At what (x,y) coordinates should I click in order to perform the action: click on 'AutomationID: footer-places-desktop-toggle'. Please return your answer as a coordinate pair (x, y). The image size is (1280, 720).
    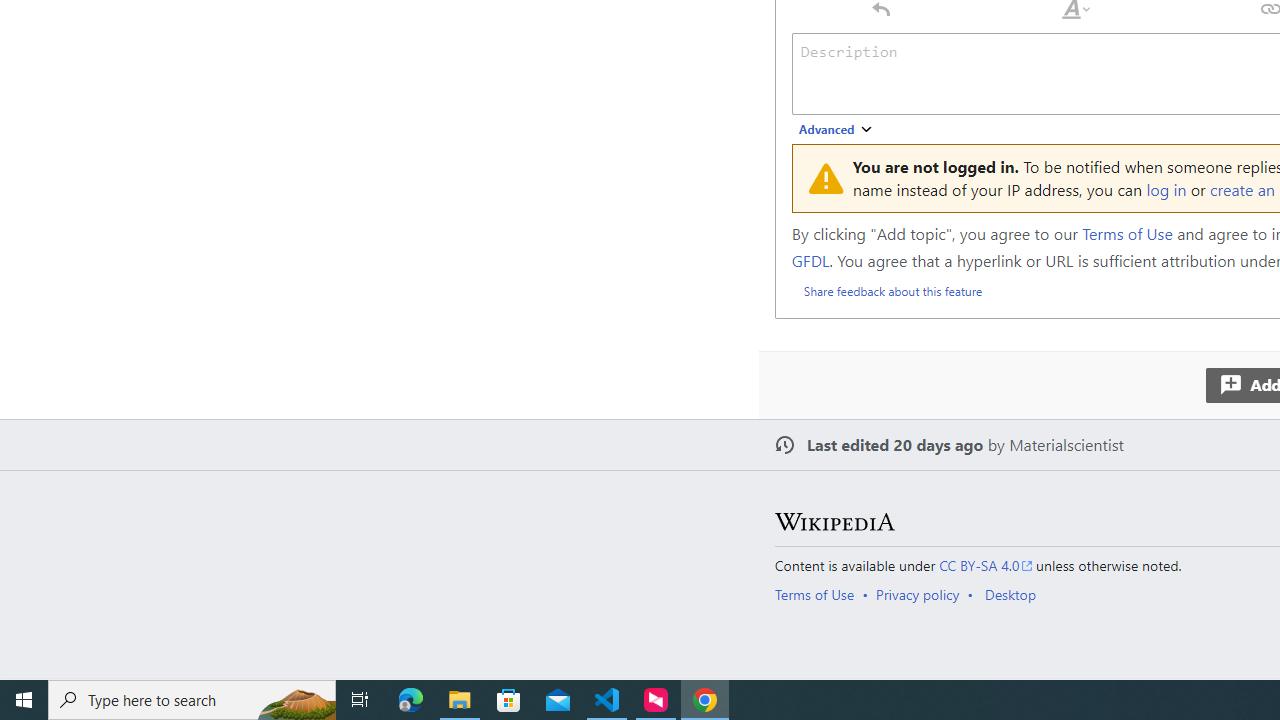
    Looking at the image, I should click on (1014, 593).